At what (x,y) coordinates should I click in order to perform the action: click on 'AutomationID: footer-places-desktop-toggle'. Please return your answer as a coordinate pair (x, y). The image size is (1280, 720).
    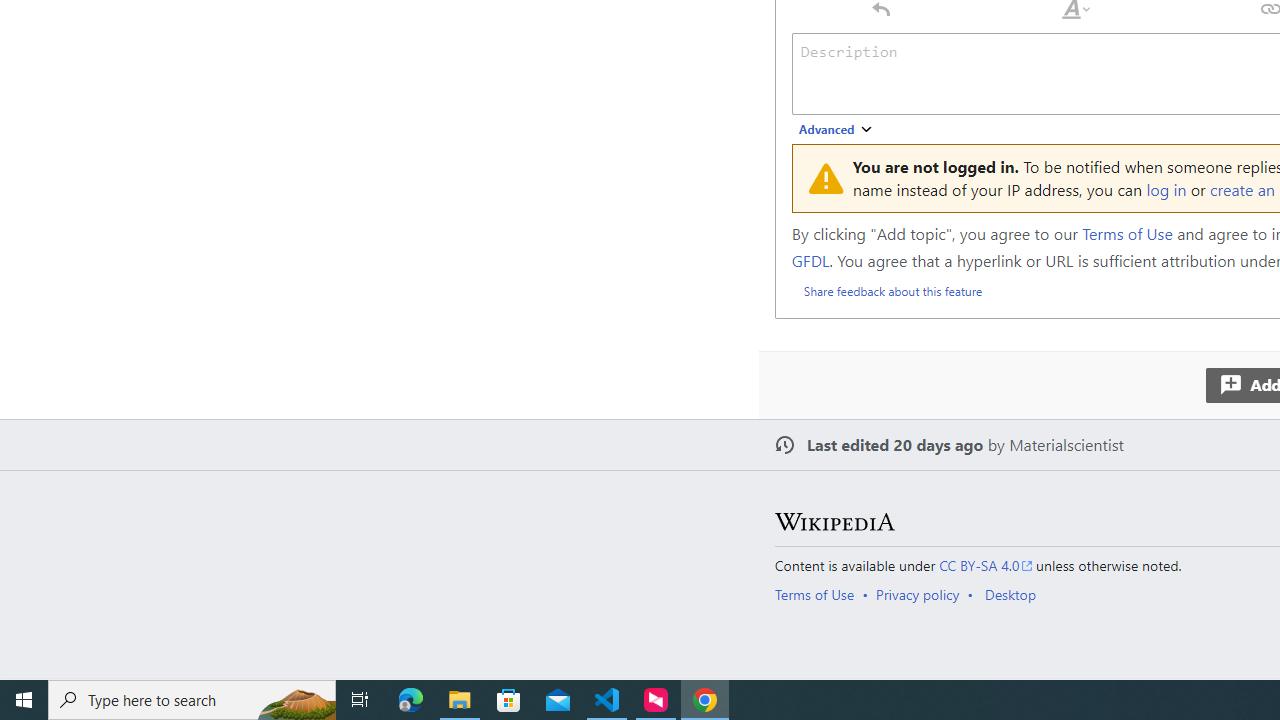
    Looking at the image, I should click on (1014, 593).